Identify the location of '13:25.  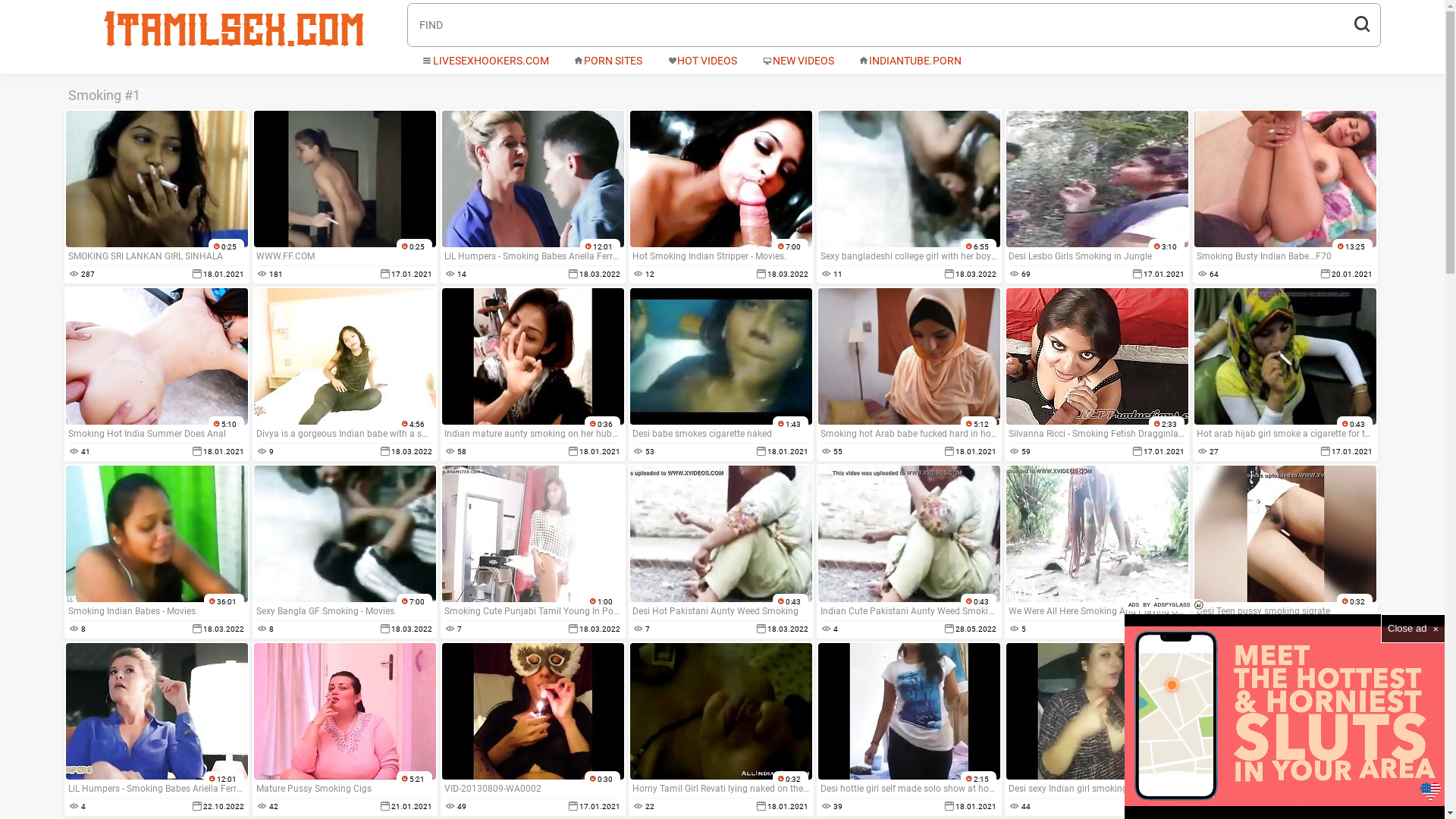
(1284, 195).